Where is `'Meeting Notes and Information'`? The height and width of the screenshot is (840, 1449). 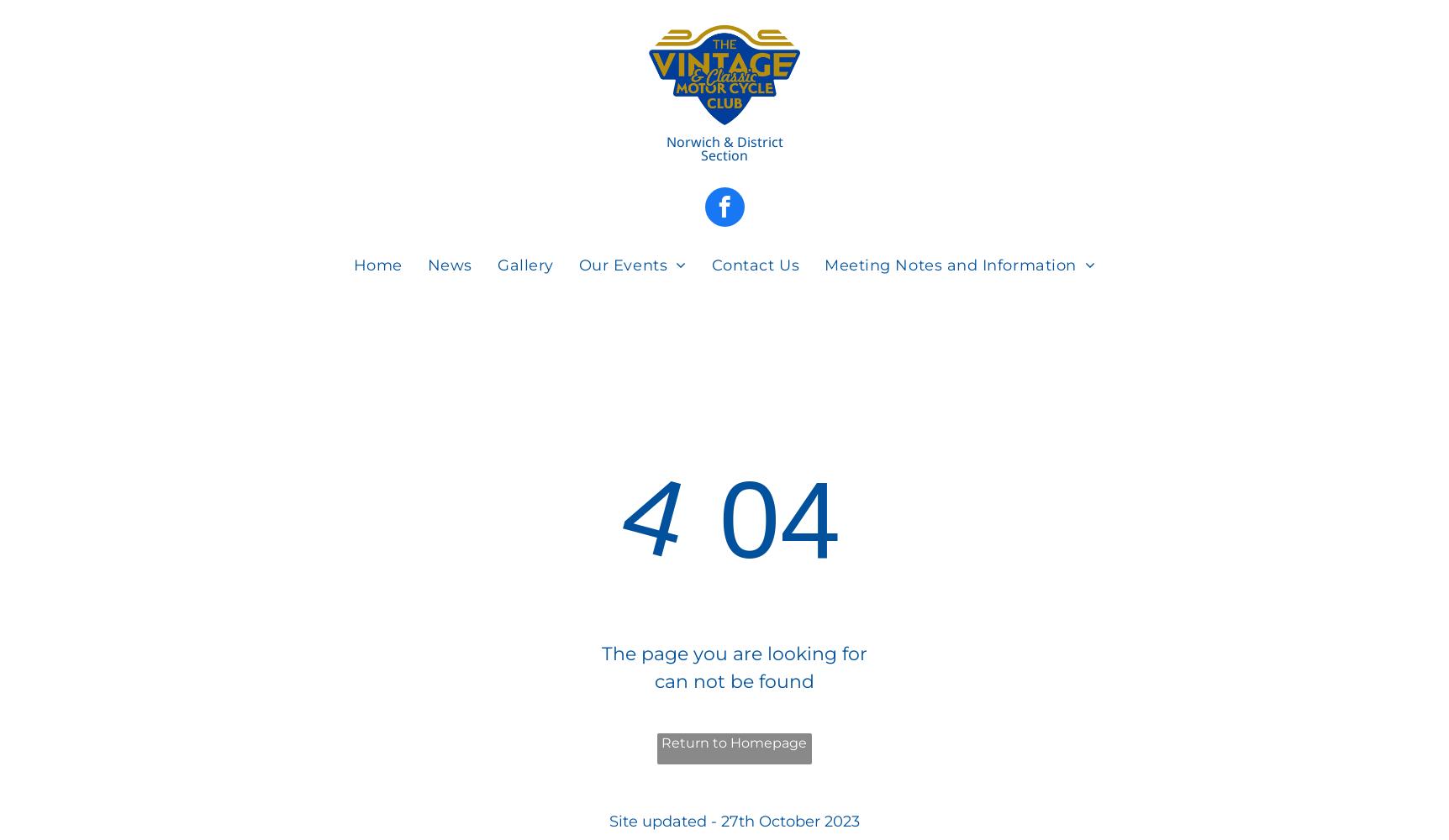 'Meeting Notes and Information' is located at coordinates (949, 264).